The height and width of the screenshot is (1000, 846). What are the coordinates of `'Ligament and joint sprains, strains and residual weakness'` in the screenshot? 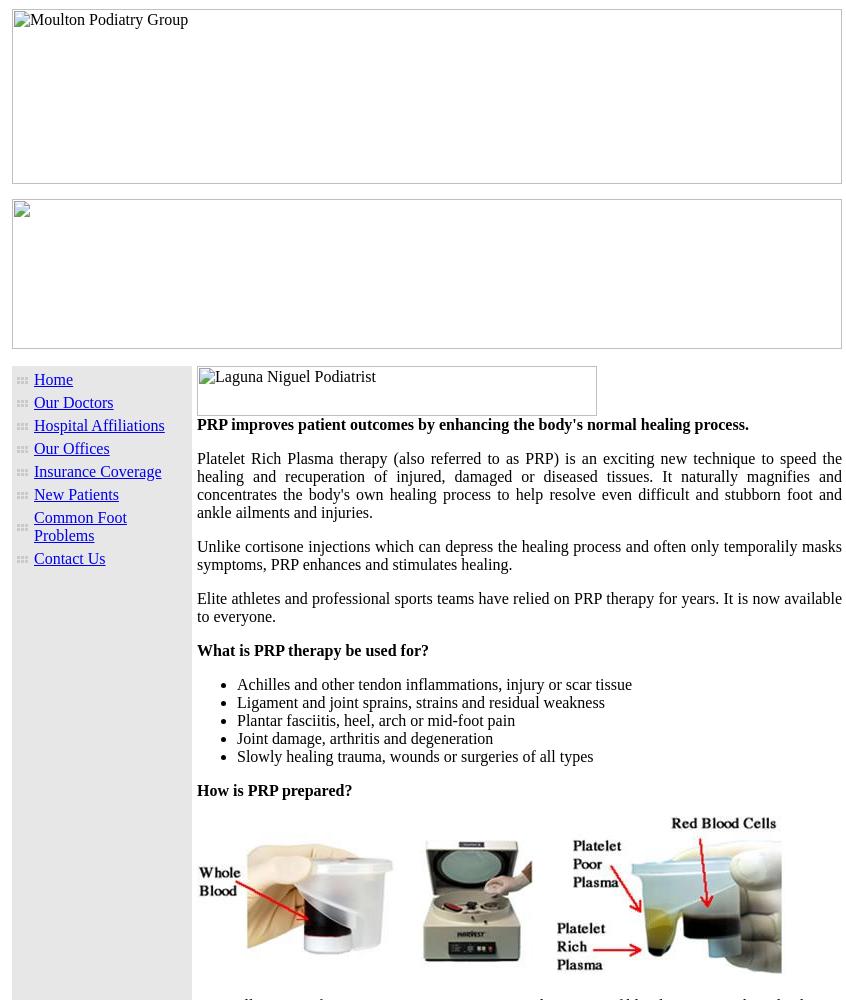 It's located at (420, 701).